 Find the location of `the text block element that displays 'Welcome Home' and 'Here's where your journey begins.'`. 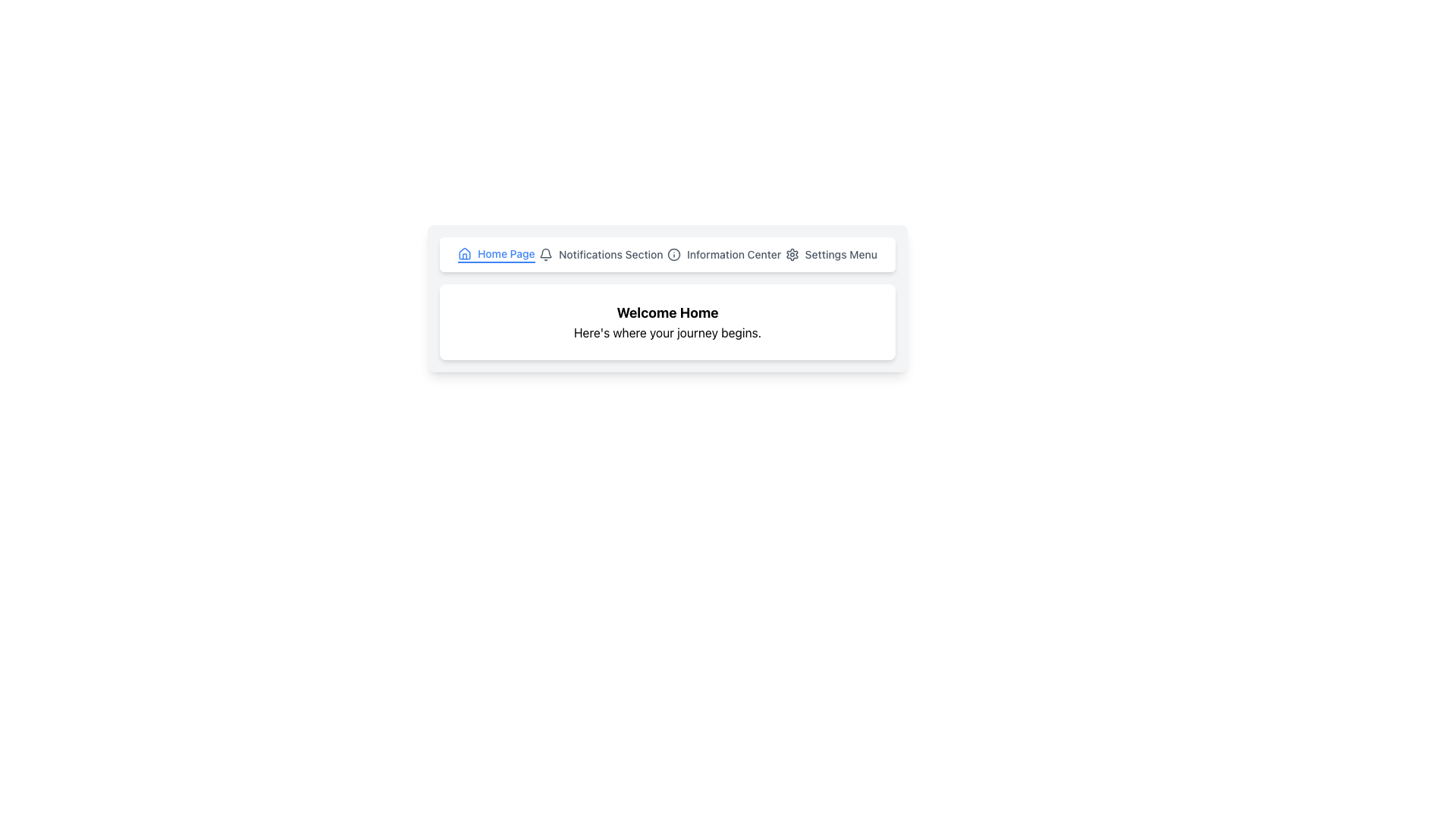

the text block element that displays 'Welcome Home' and 'Here's where your journey begins.' is located at coordinates (667, 321).